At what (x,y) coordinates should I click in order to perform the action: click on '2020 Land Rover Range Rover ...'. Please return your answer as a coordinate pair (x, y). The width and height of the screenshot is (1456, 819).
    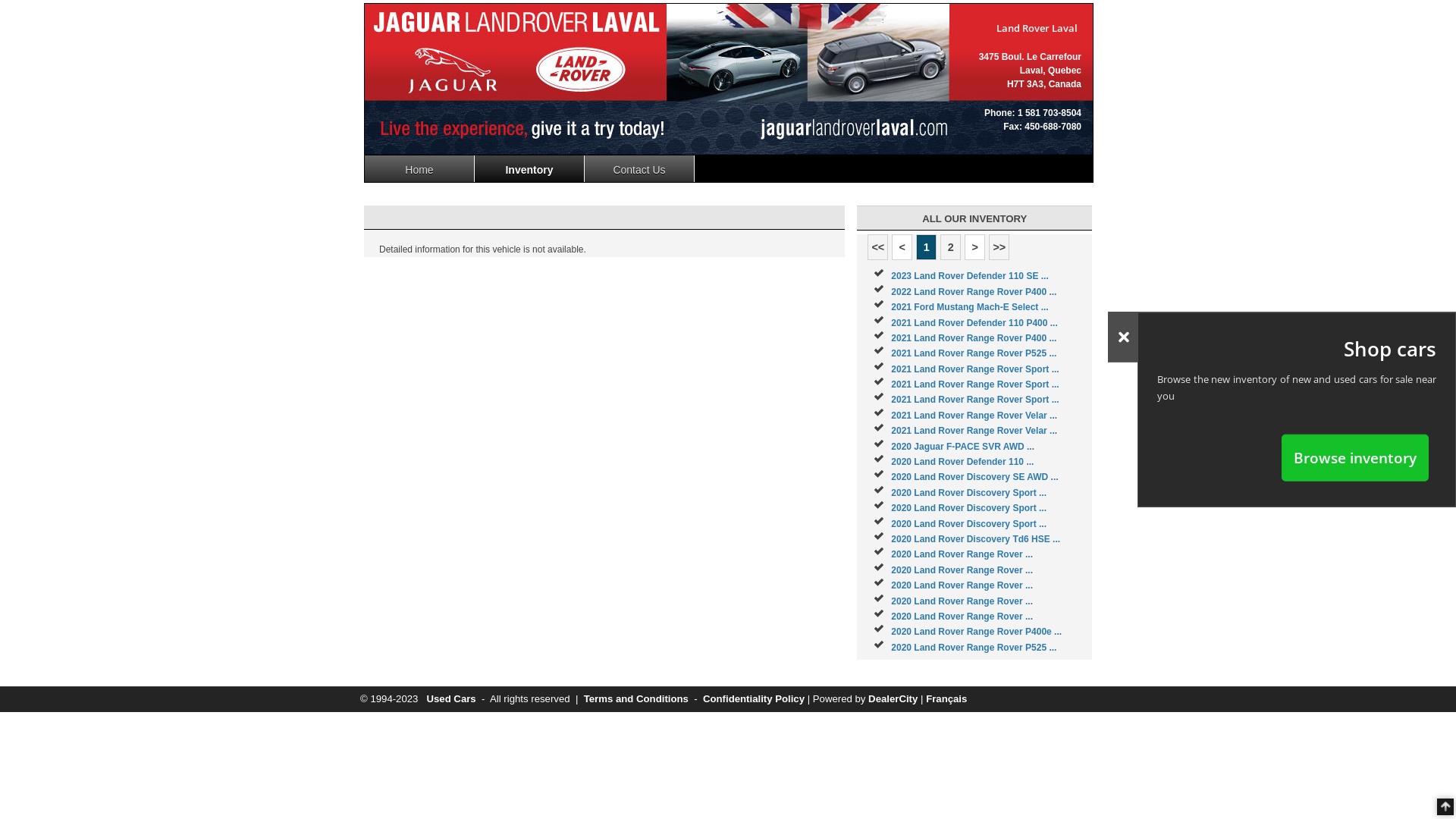
    Looking at the image, I should click on (961, 601).